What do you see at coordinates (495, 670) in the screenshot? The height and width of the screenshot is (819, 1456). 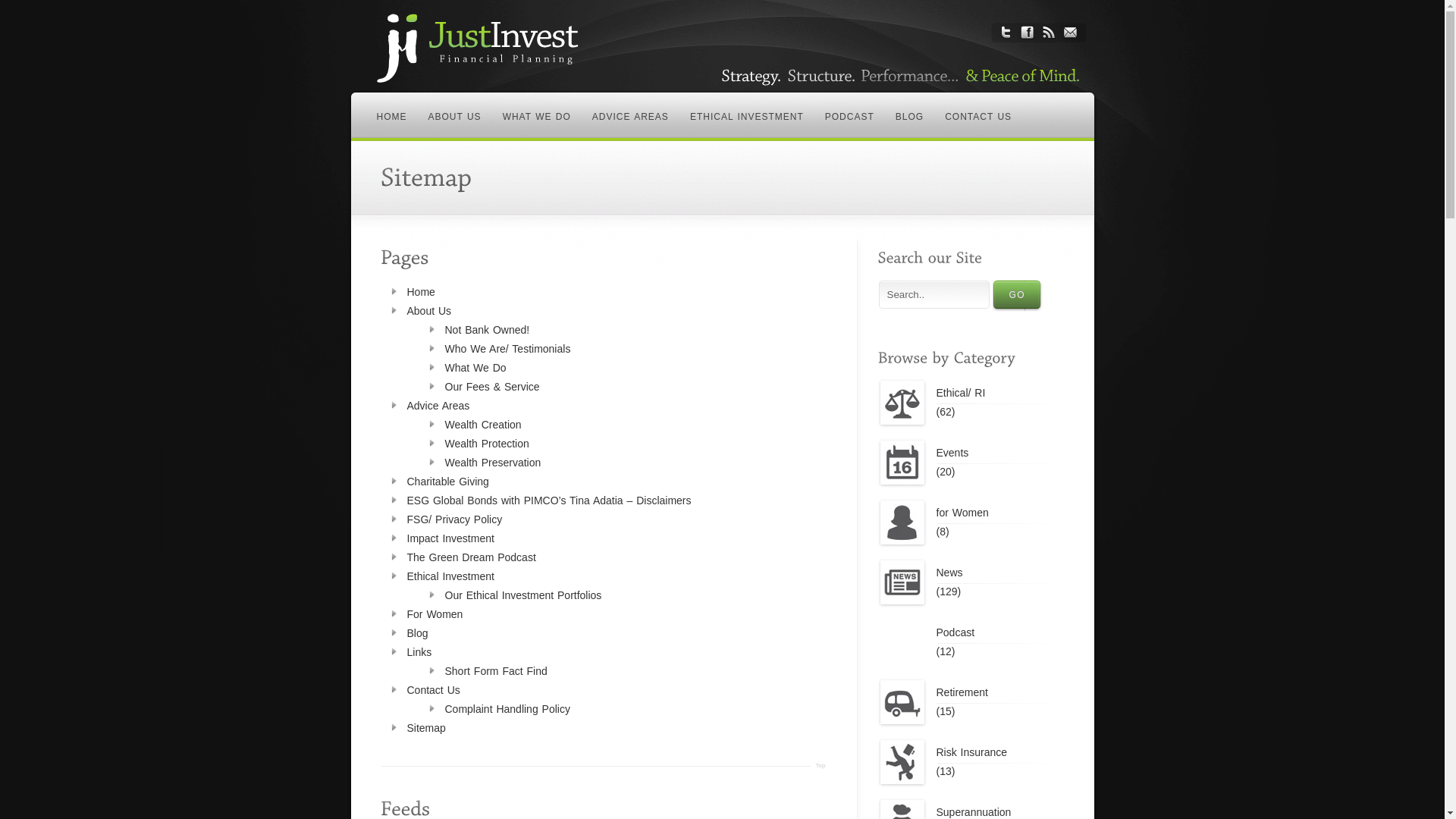 I see `'Short Form Fact Find'` at bounding box center [495, 670].